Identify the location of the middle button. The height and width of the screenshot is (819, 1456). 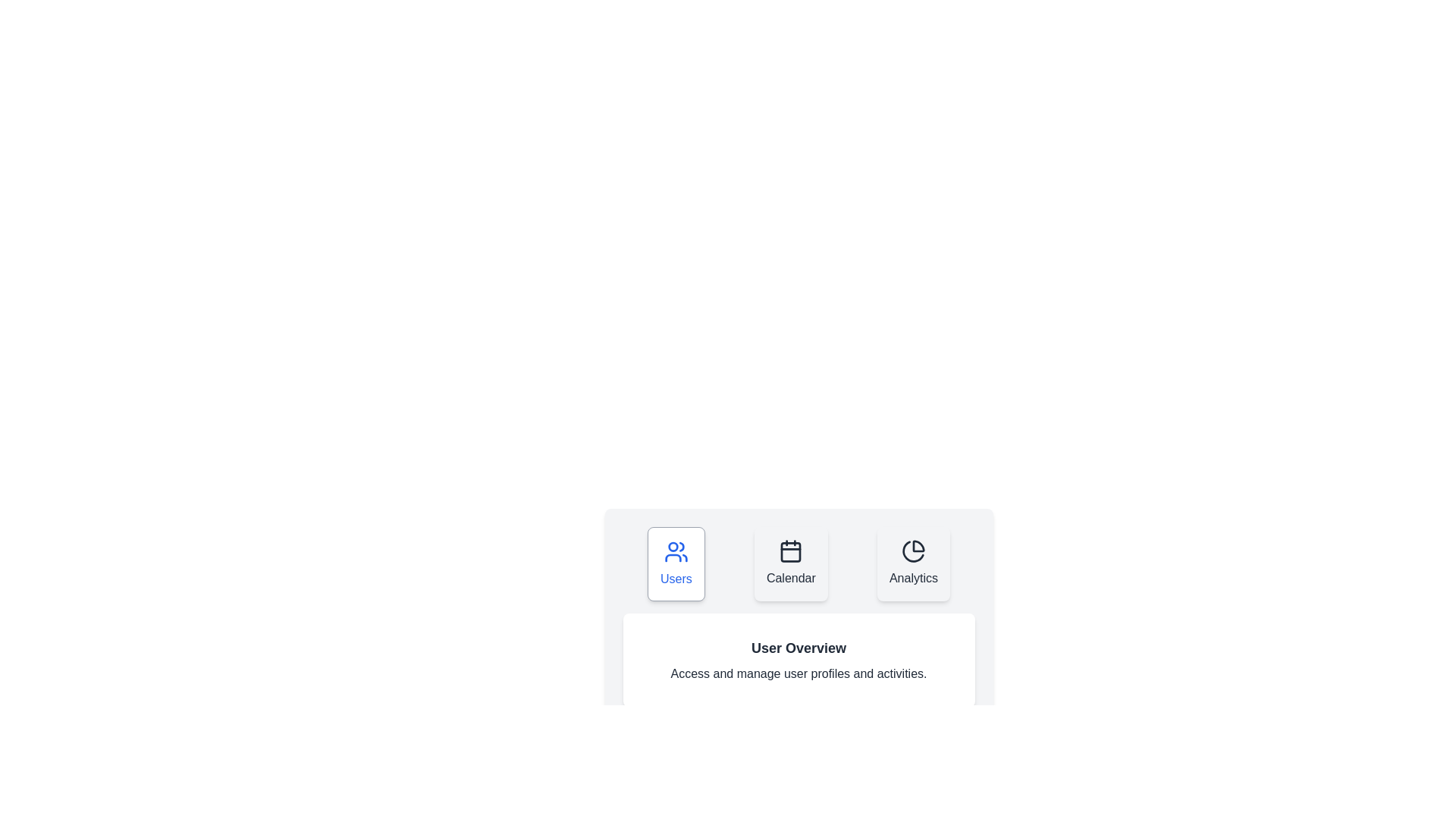
(790, 564).